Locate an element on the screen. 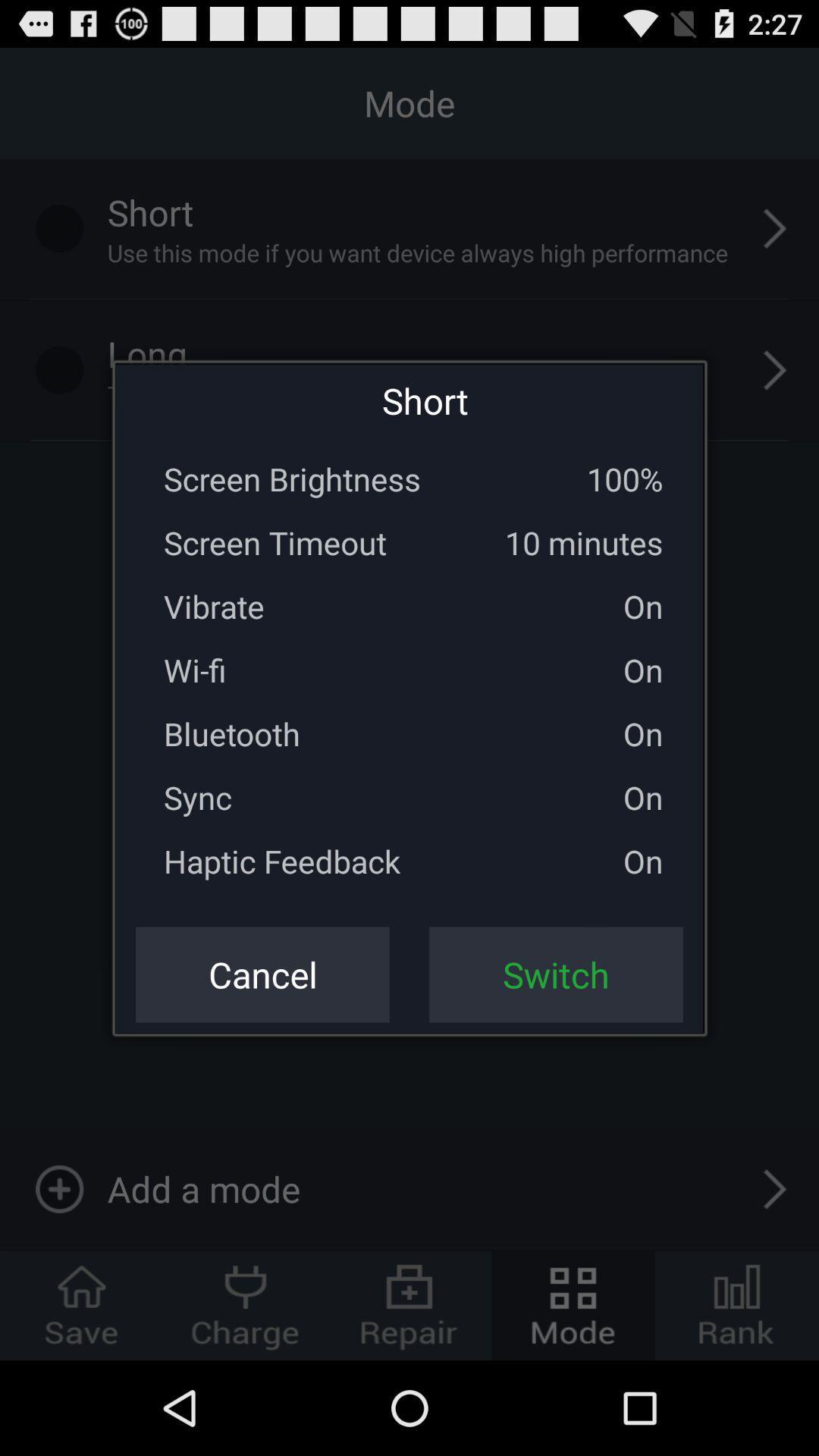  the app below the haptic feedback is located at coordinates (262, 974).